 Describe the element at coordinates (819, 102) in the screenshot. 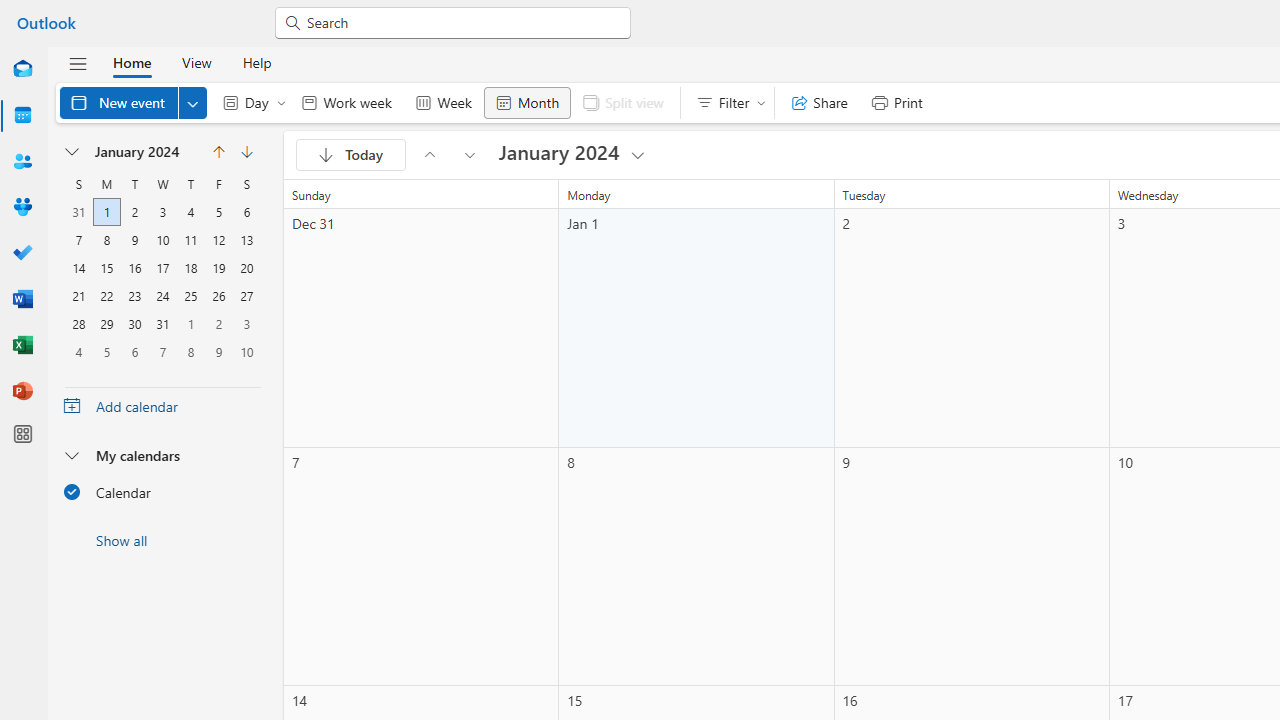

I see `'Share'` at that location.